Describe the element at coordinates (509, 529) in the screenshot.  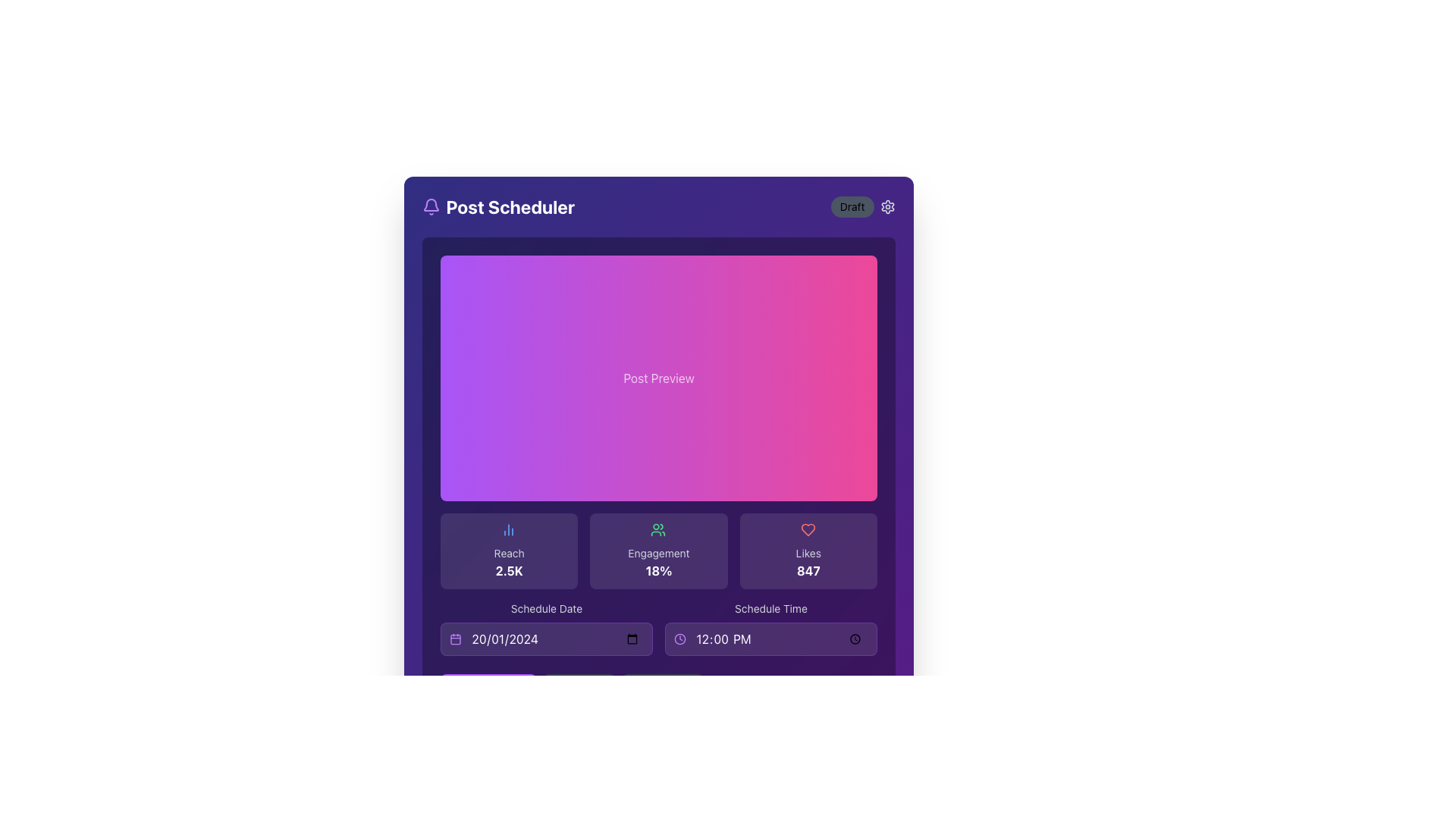
I see `the vertically-oriented blue bar chart icon located in the 'Reach' panel displaying '2.5K'` at that location.